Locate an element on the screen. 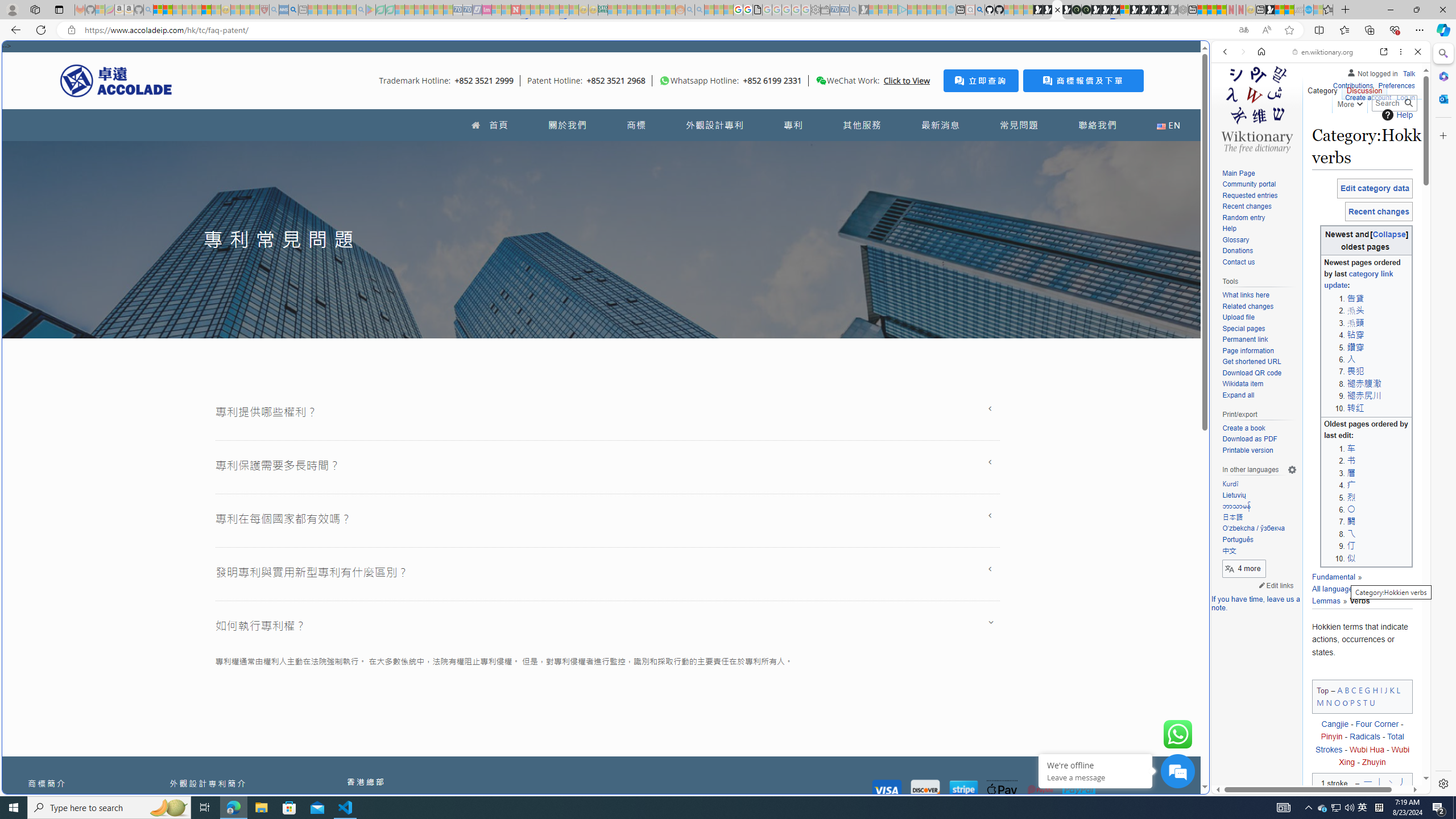  'Total Strokes' is located at coordinates (1358, 742).